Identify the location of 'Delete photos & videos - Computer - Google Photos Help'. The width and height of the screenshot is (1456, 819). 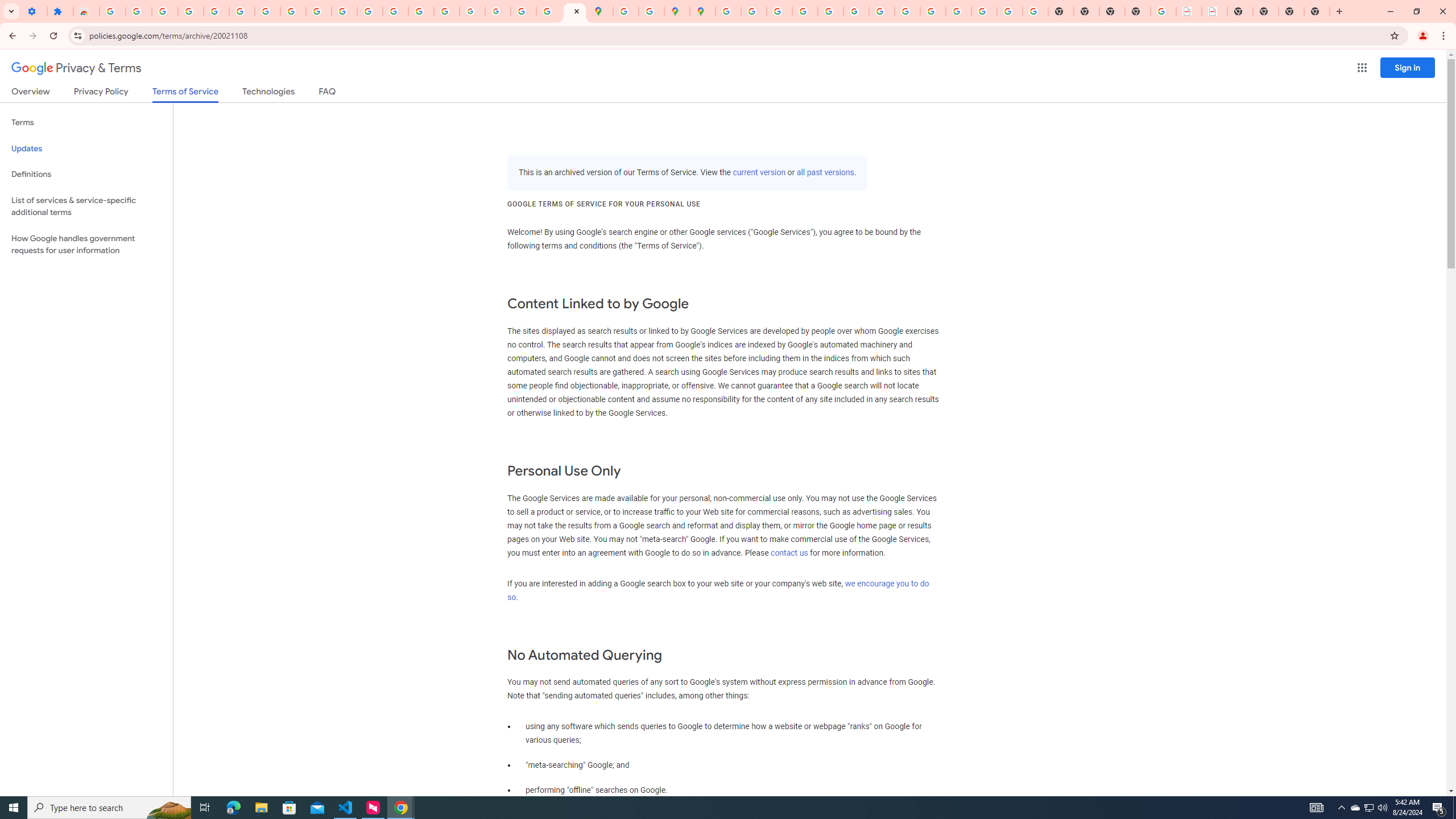
(164, 11).